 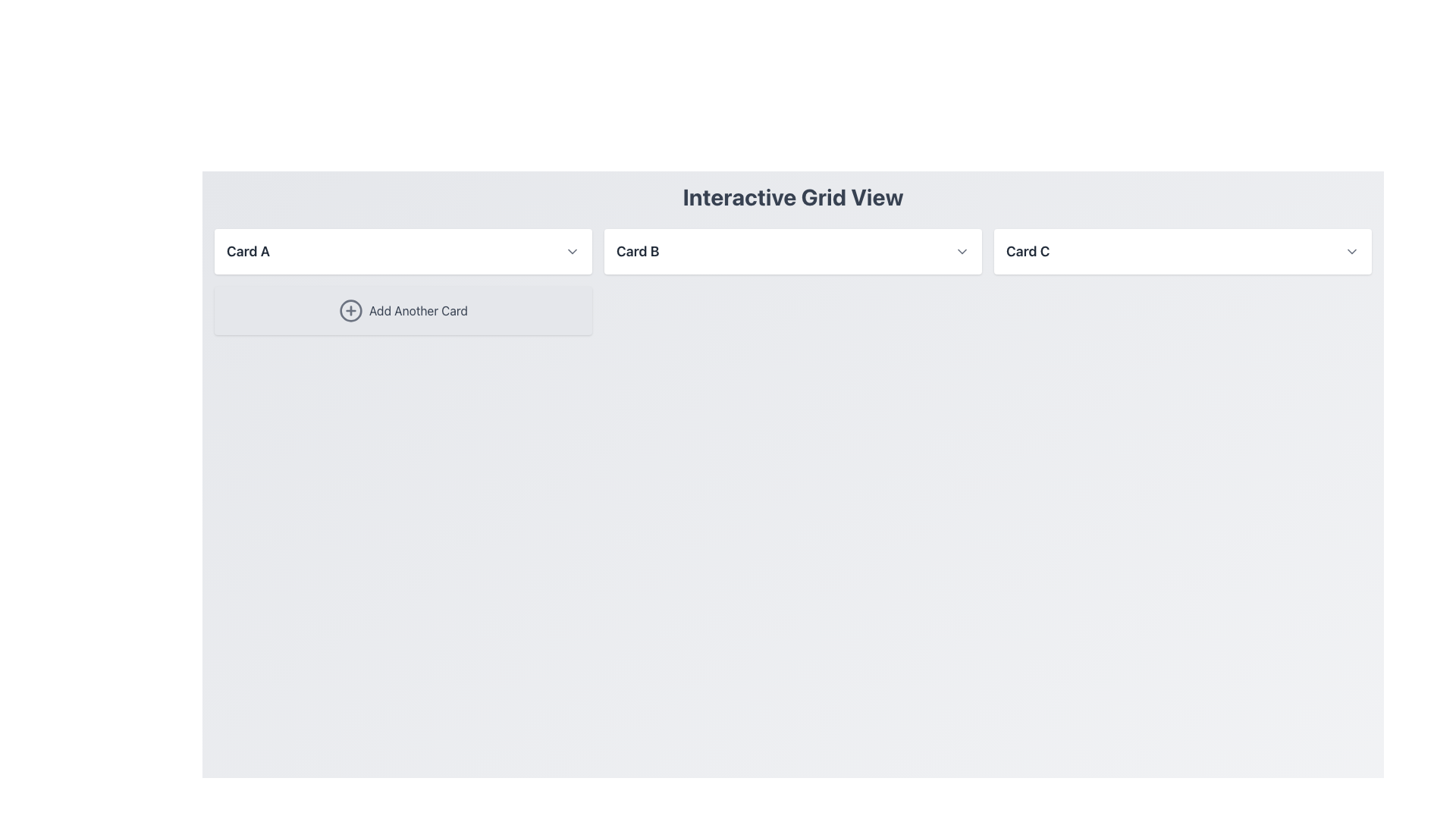 What do you see at coordinates (638, 250) in the screenshot?
I see `the text label 'Card B', which is styled in bold, medium-large font and is dark gray in color, located in the middle card section of a horizontal layout` at bounding box center [638, 250].